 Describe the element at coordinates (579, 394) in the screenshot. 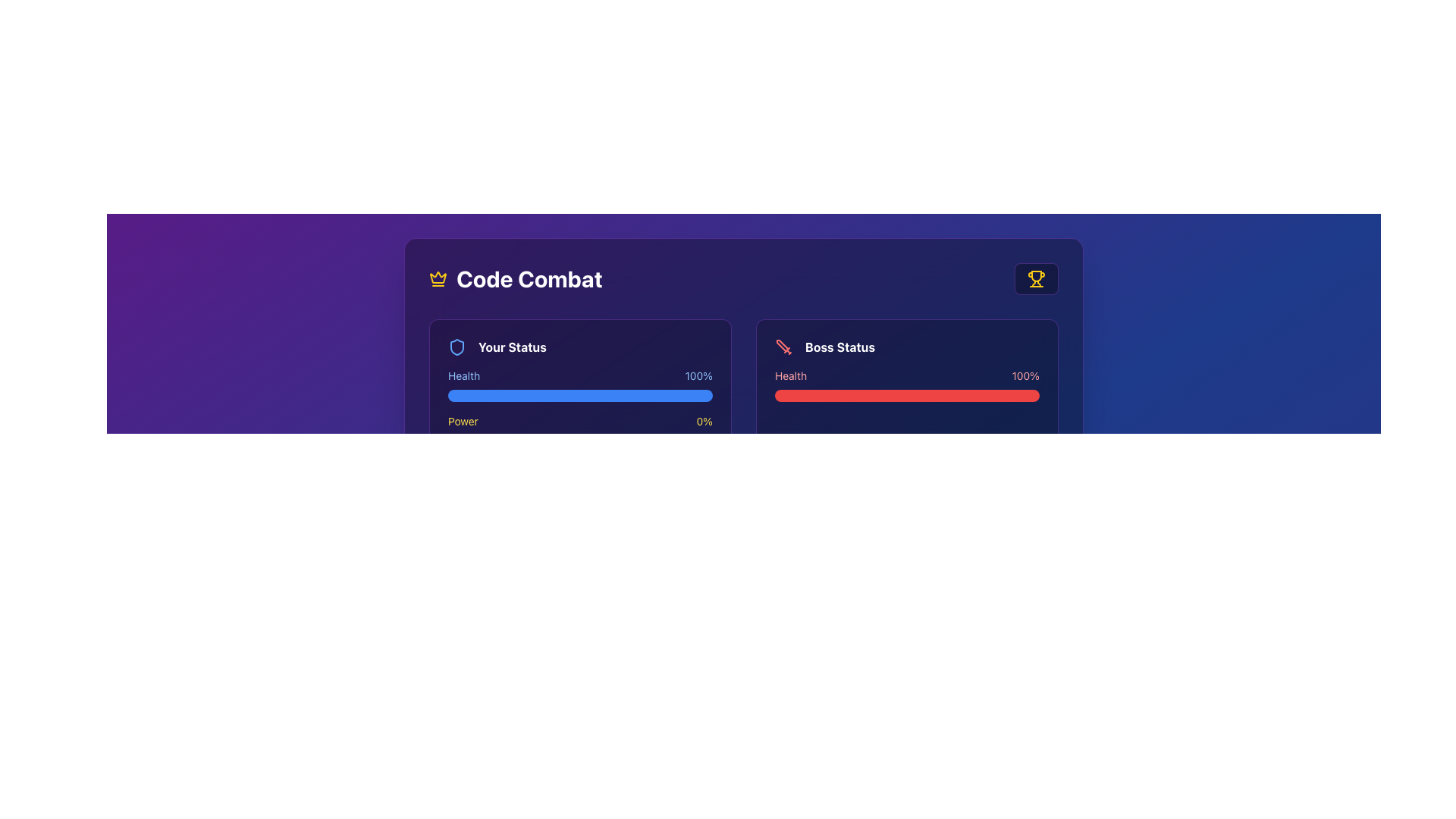

I see `the horizontally centered progress bar located within the 'Your Status' card, beneath the 'Health' label and above the 'Power' label` at that location.